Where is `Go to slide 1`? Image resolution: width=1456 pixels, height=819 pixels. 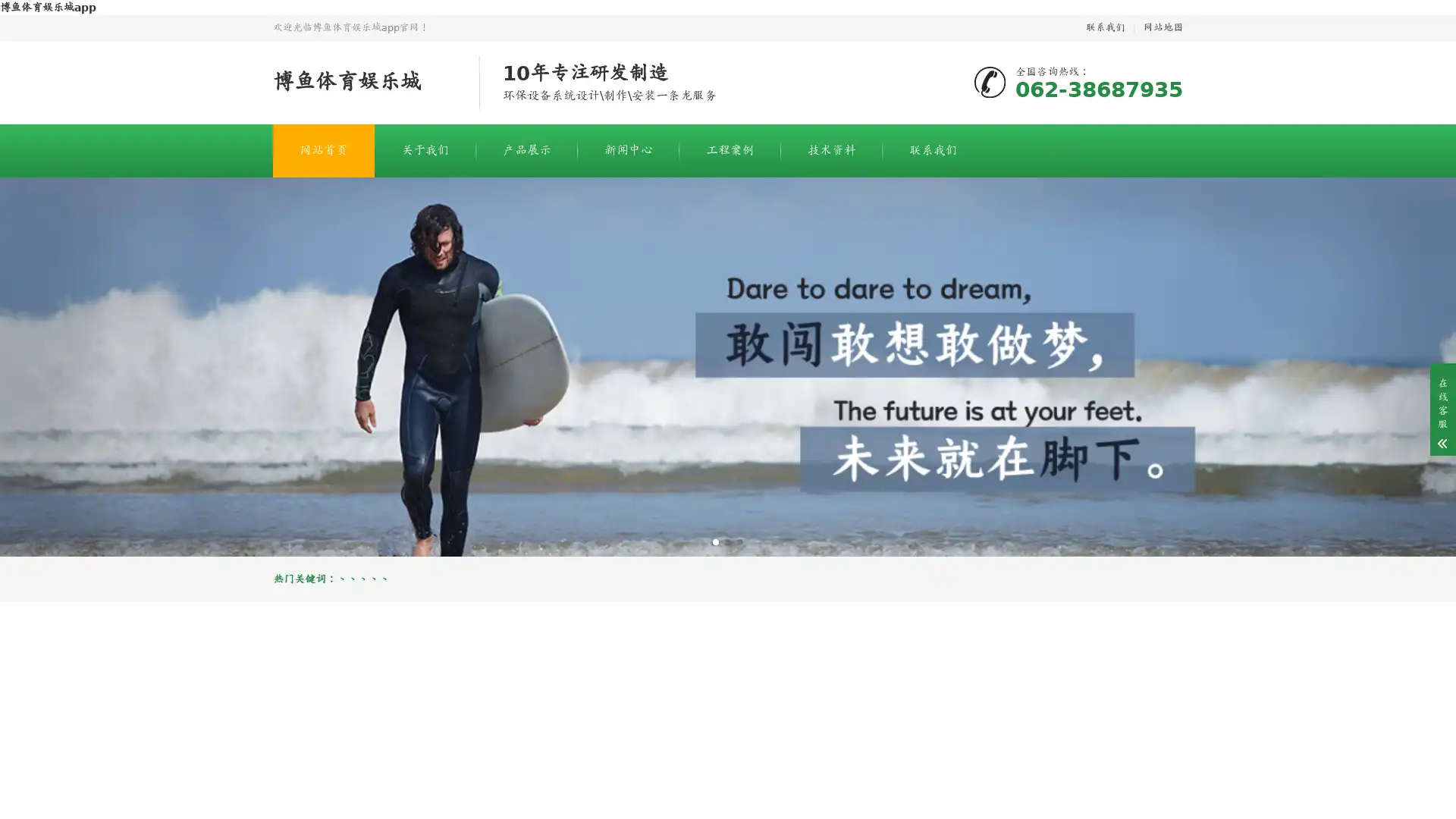 Go to slide 1 is located at coordinates (715, 541).